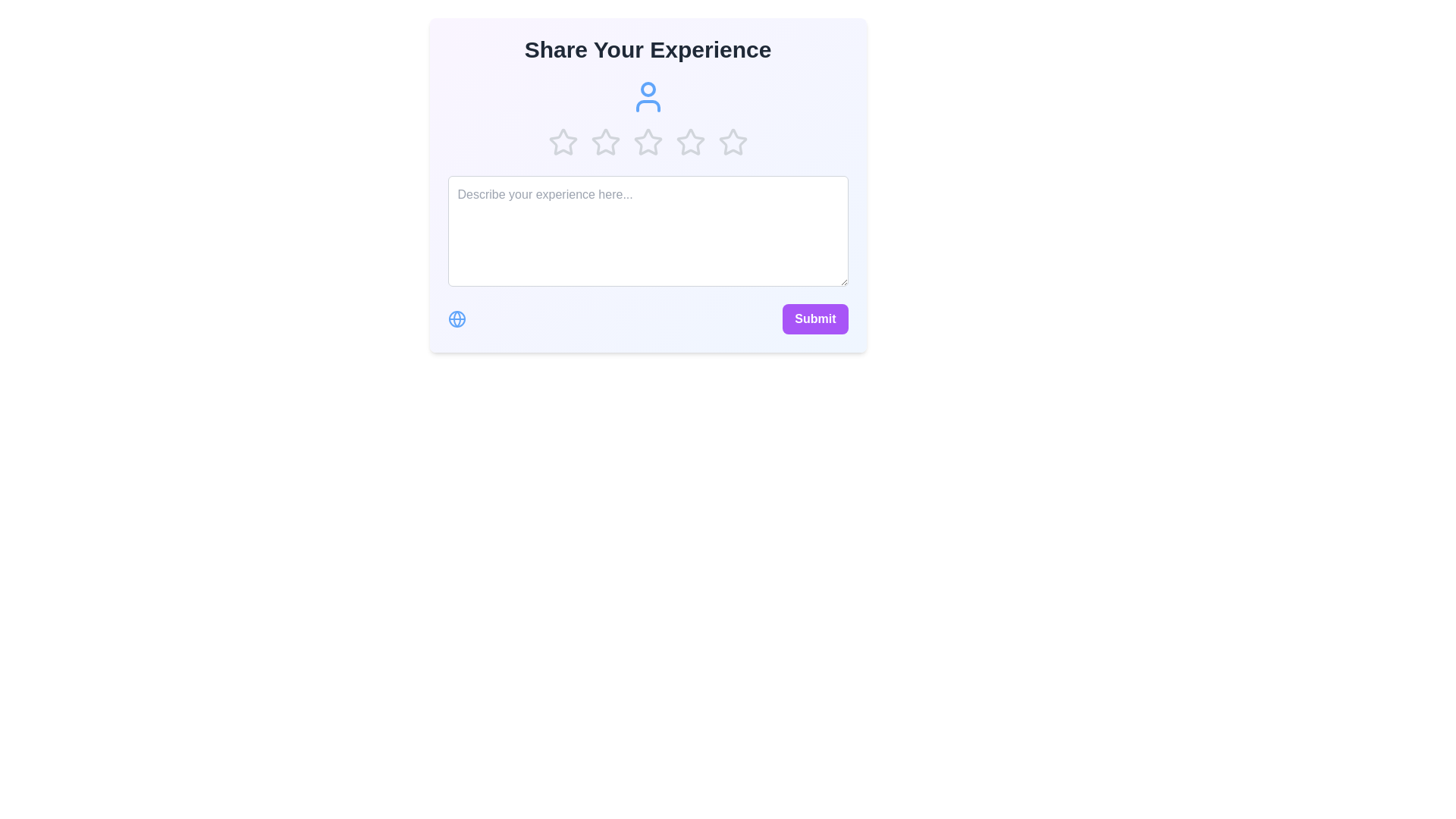 The image size is (1456, 819). What do you see at coordinates (648, 96) in the screenshot?
I see `the user icon, which is a circular head and abstract humanoid body with a blue outline, located in the 'Share Your Experience' section at the top of the interface` at bounding box center [648, 96].